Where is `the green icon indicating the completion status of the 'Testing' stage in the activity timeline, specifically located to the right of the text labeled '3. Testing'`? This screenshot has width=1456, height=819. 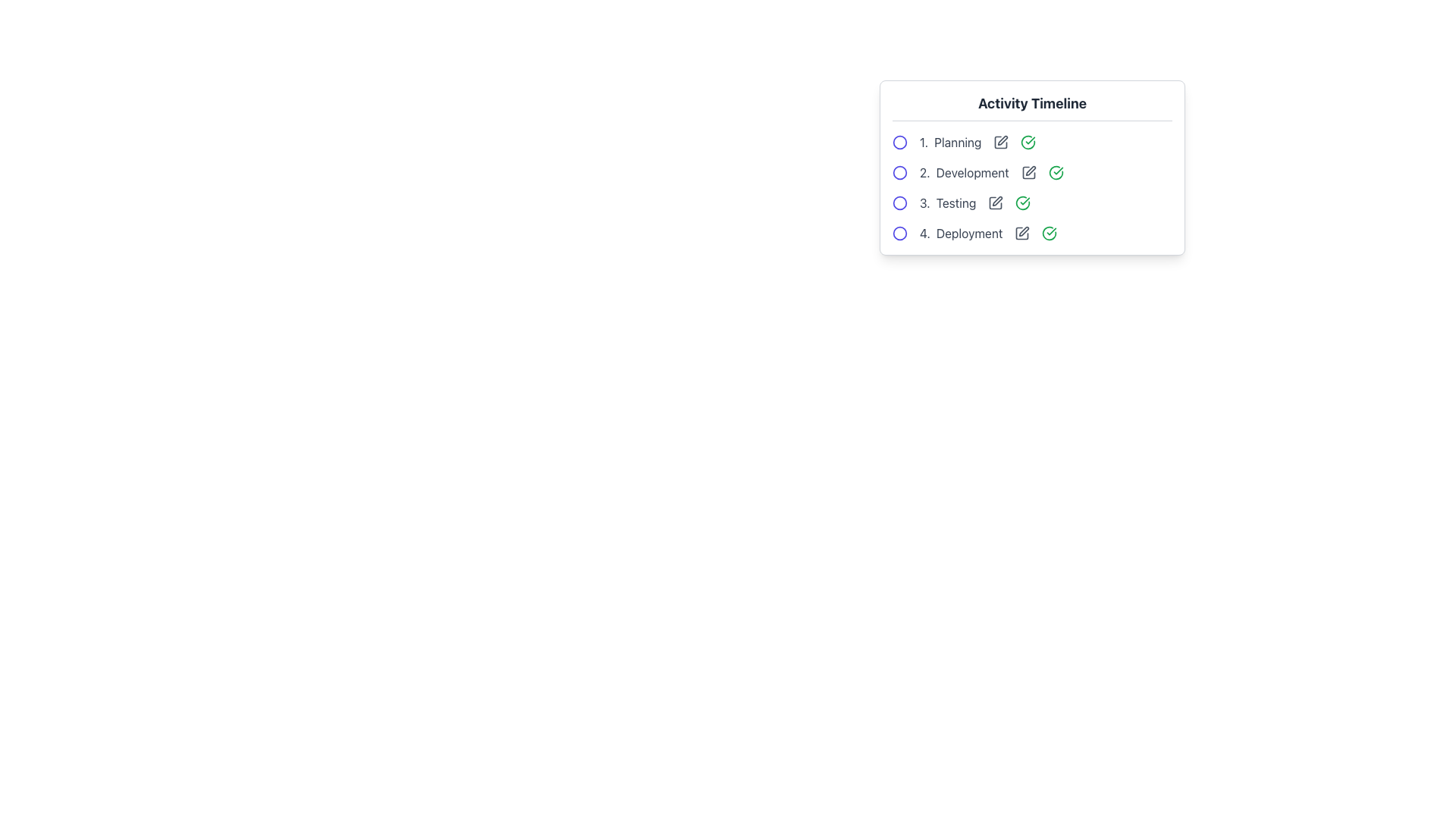 the green icon indicating the completion status of the 'Testing' stage in the activity timeline, specifically located to the right of the text labeled '3. Testing' is located at coordinates (1023, 202).